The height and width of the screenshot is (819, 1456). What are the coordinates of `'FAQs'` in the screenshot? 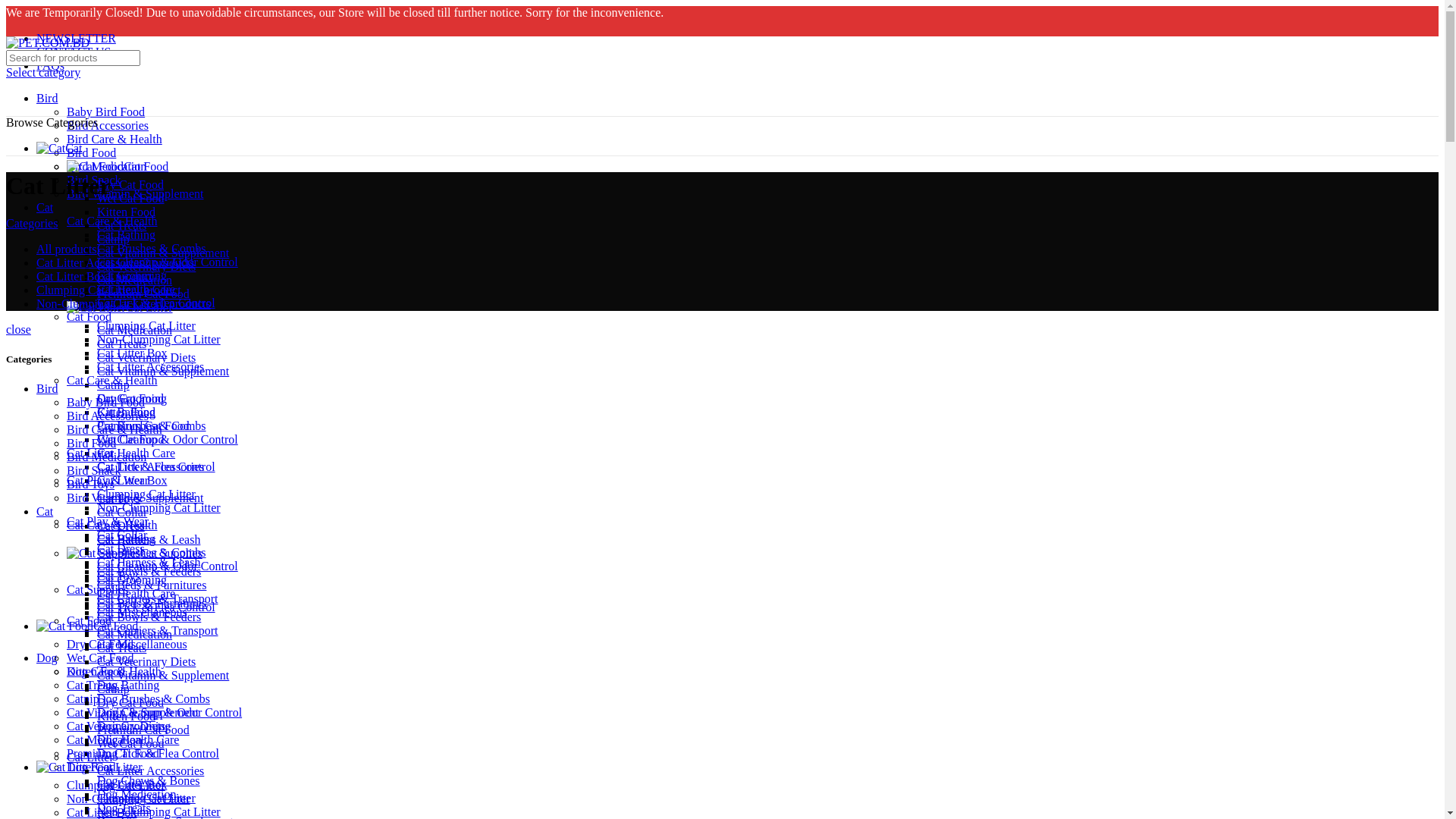 It's located at (50, 64).